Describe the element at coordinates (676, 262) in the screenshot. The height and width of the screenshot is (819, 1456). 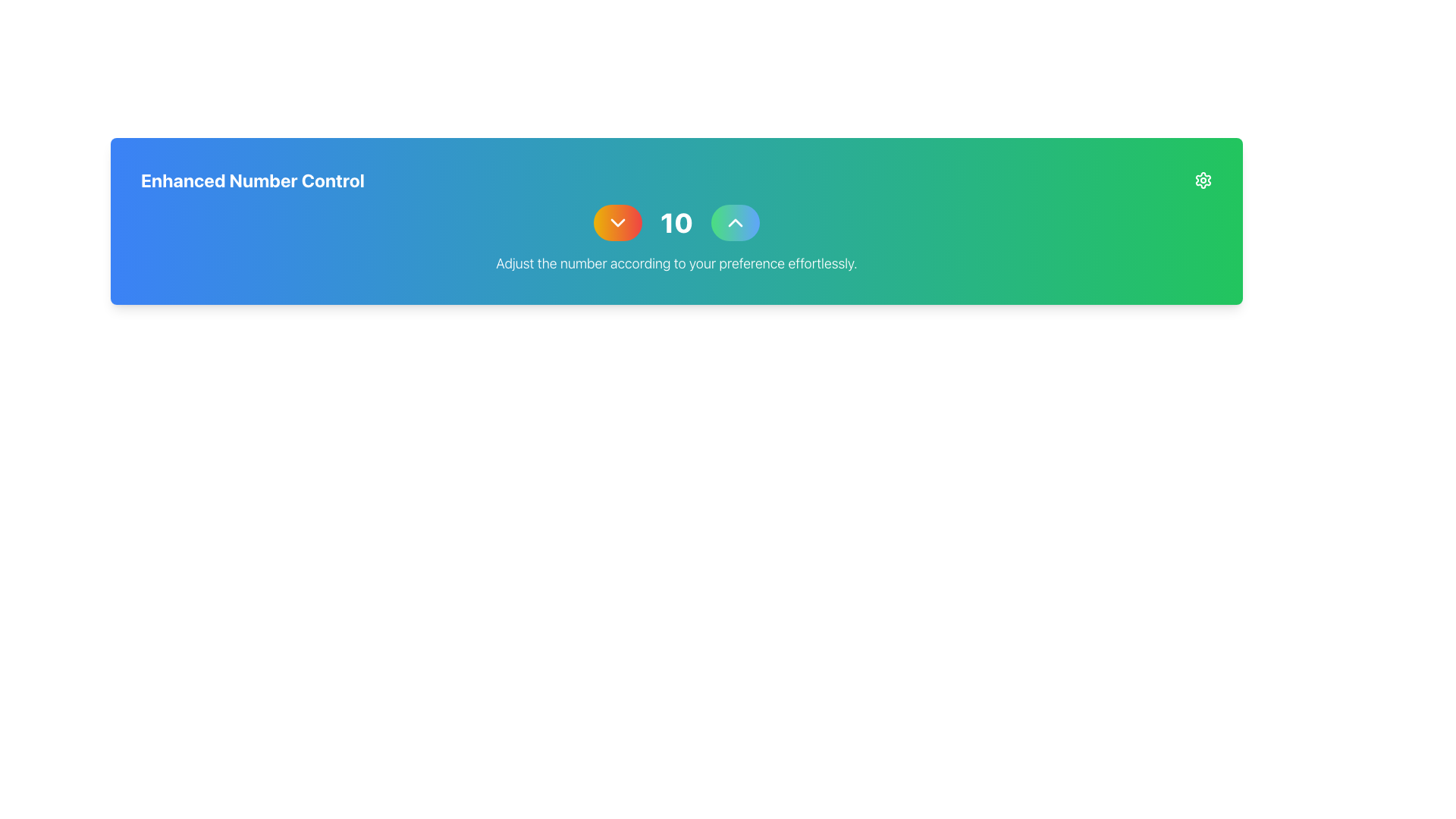
I see `the static text element that reads 'Adjust the number according to your preference effortlessly.' which is centrally located below the numeric display and arrow buttons` at that location.